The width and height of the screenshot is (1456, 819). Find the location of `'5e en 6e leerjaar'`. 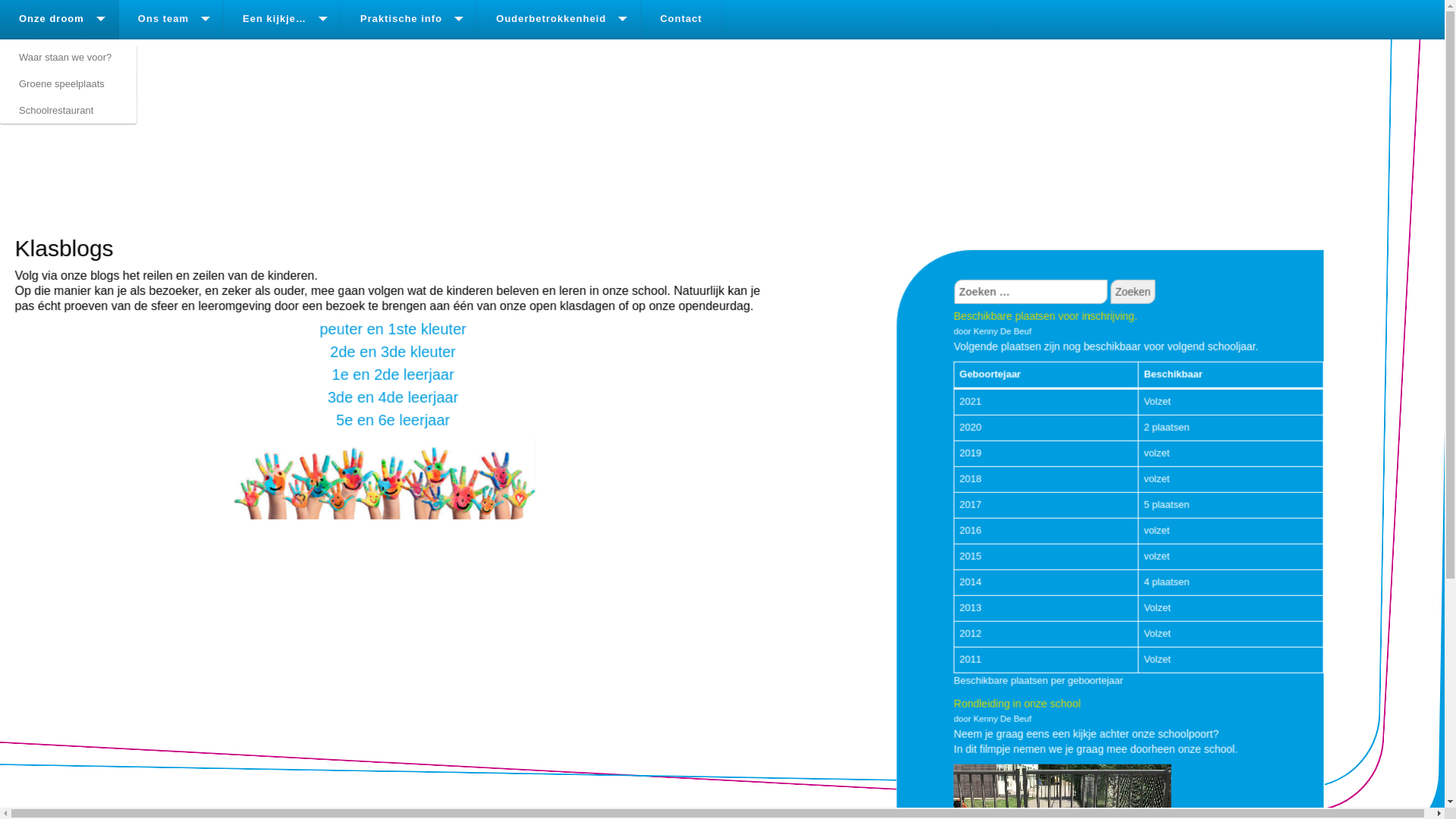

'5e en 6e leerjaar' is located at coordinates (393, 419).